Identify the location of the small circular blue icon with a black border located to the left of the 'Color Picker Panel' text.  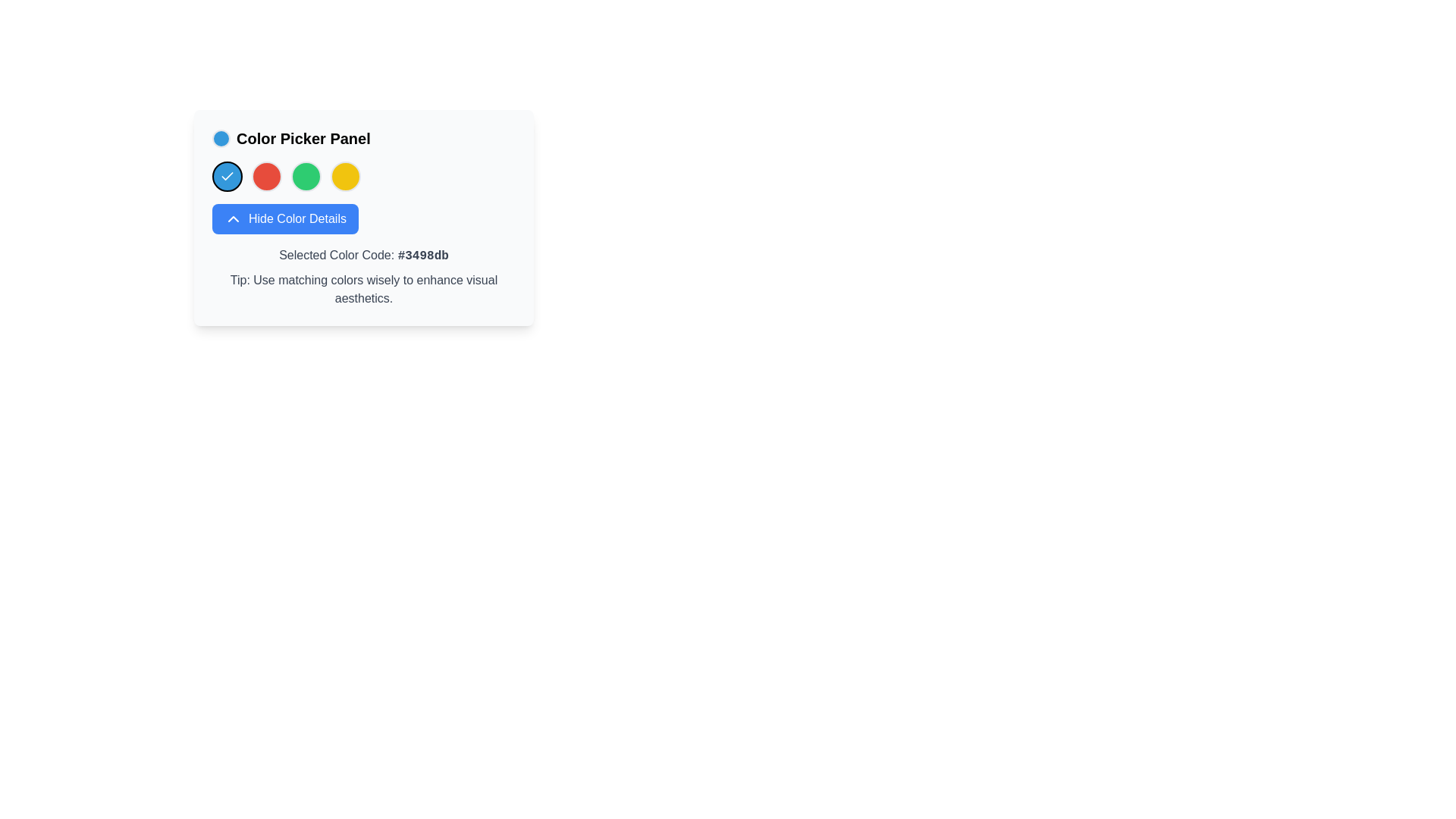
(221, 138).